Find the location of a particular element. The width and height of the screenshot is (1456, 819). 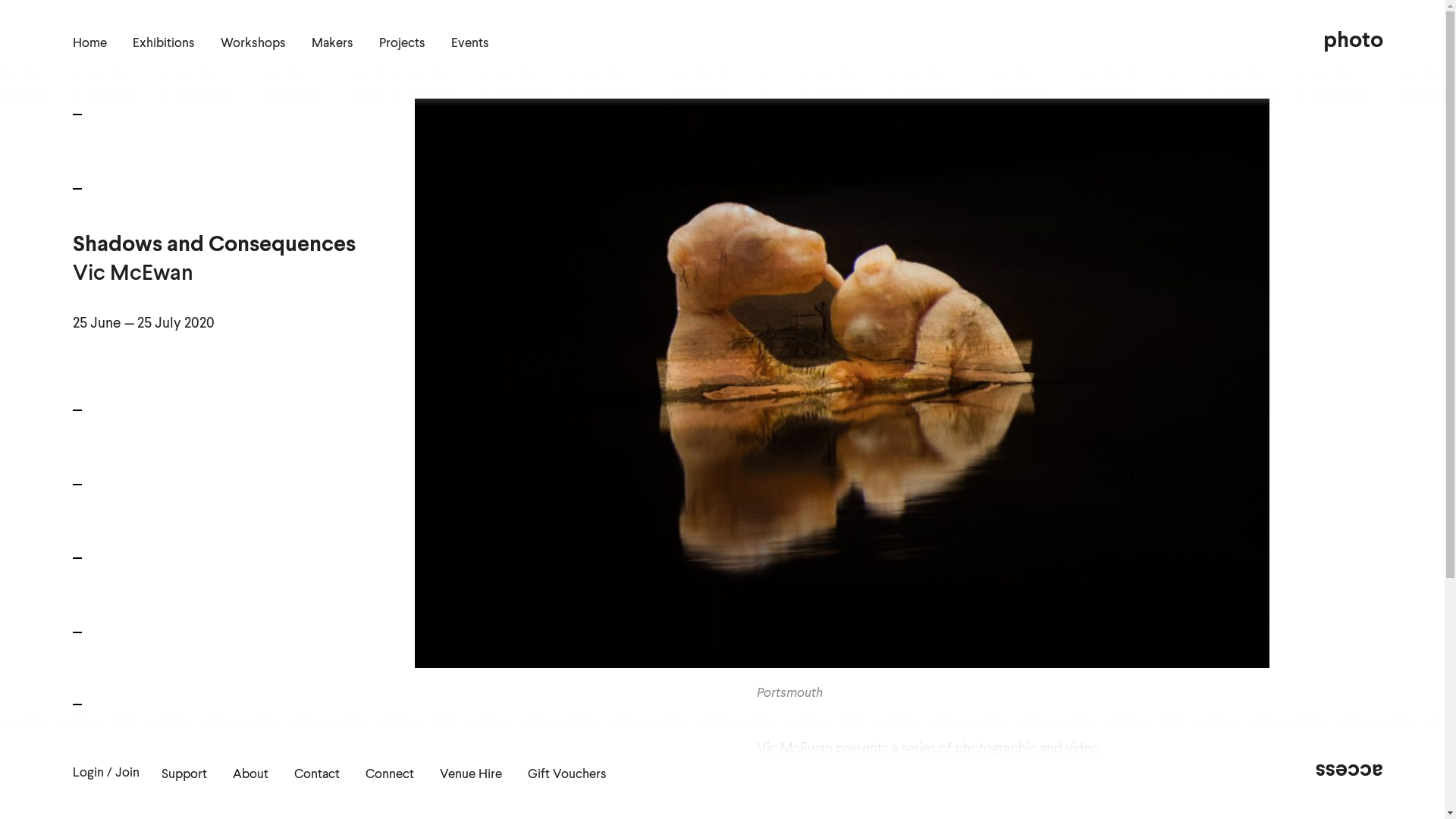

'Connect' is located at coordinates (365, 774).